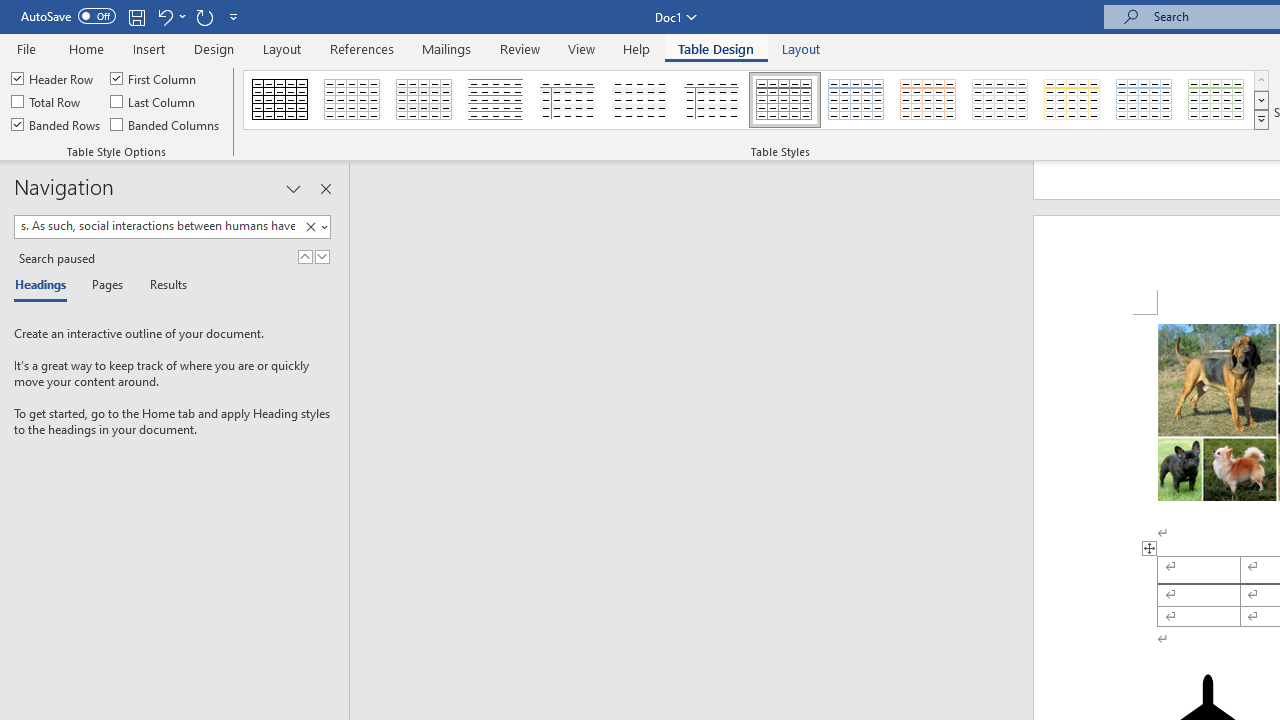 The height and width of the screenshot is (720, 1280). I want to click on 'Banded Columns', so click(167, 124).